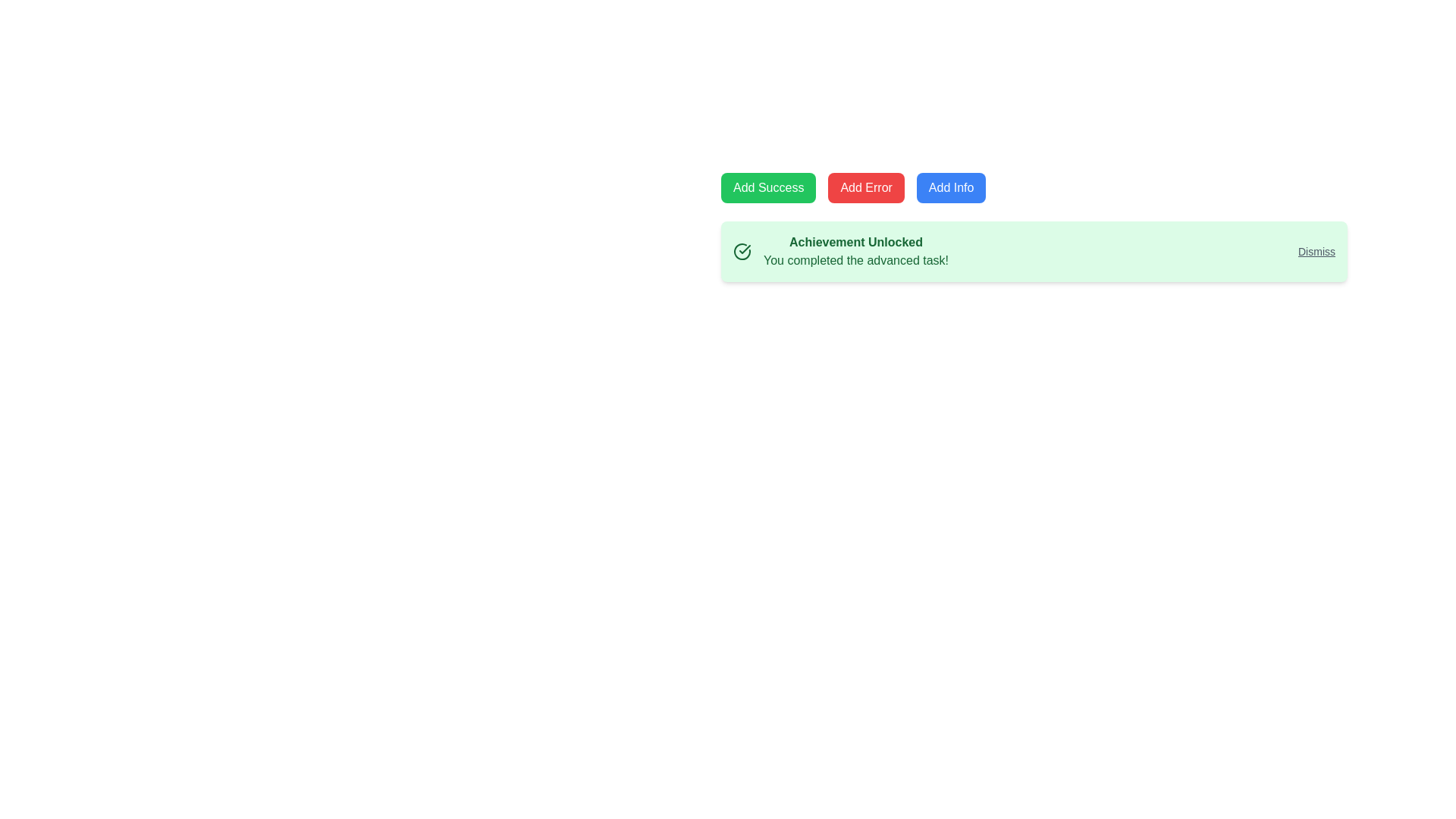  What do you see at coordinates (768, 187) in the screenshot?
I see `the first button in a horizontal row to test its functionality, which triggers a successful action or displays a success message` at bounding box center [768, 187].